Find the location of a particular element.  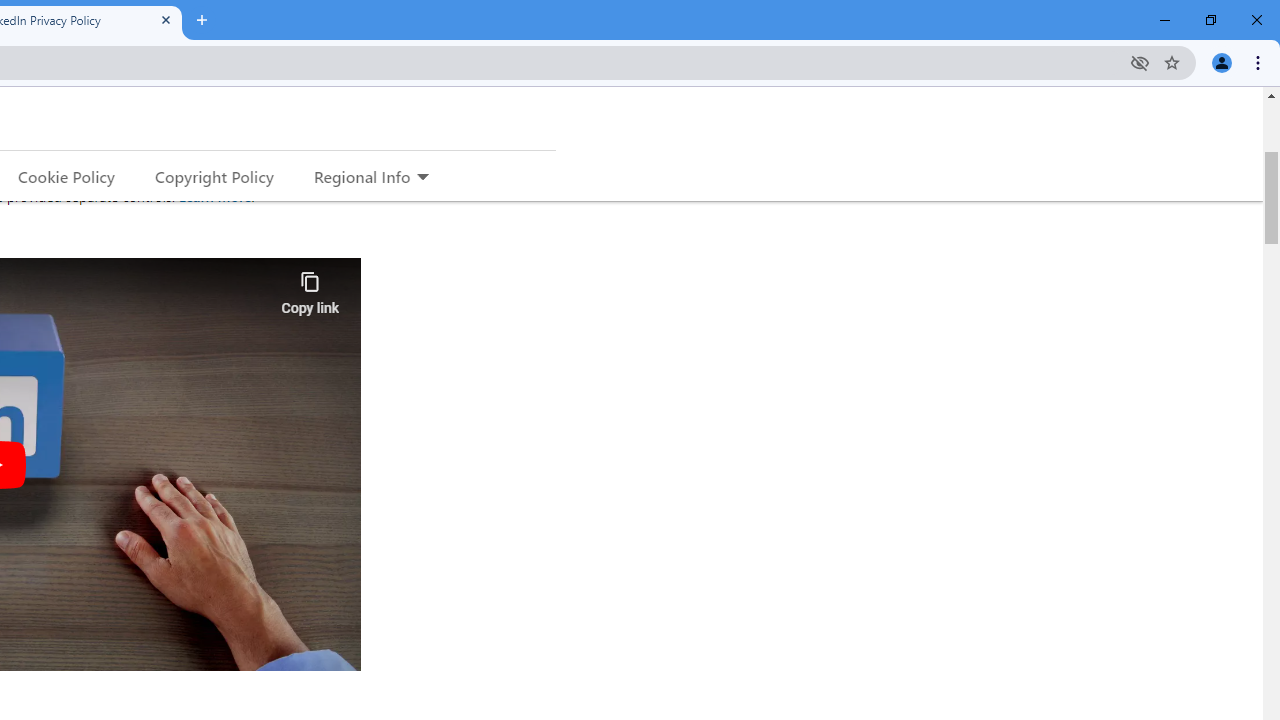

'Expand to show more links for Regional Info' is located at coordinates (421, 177).